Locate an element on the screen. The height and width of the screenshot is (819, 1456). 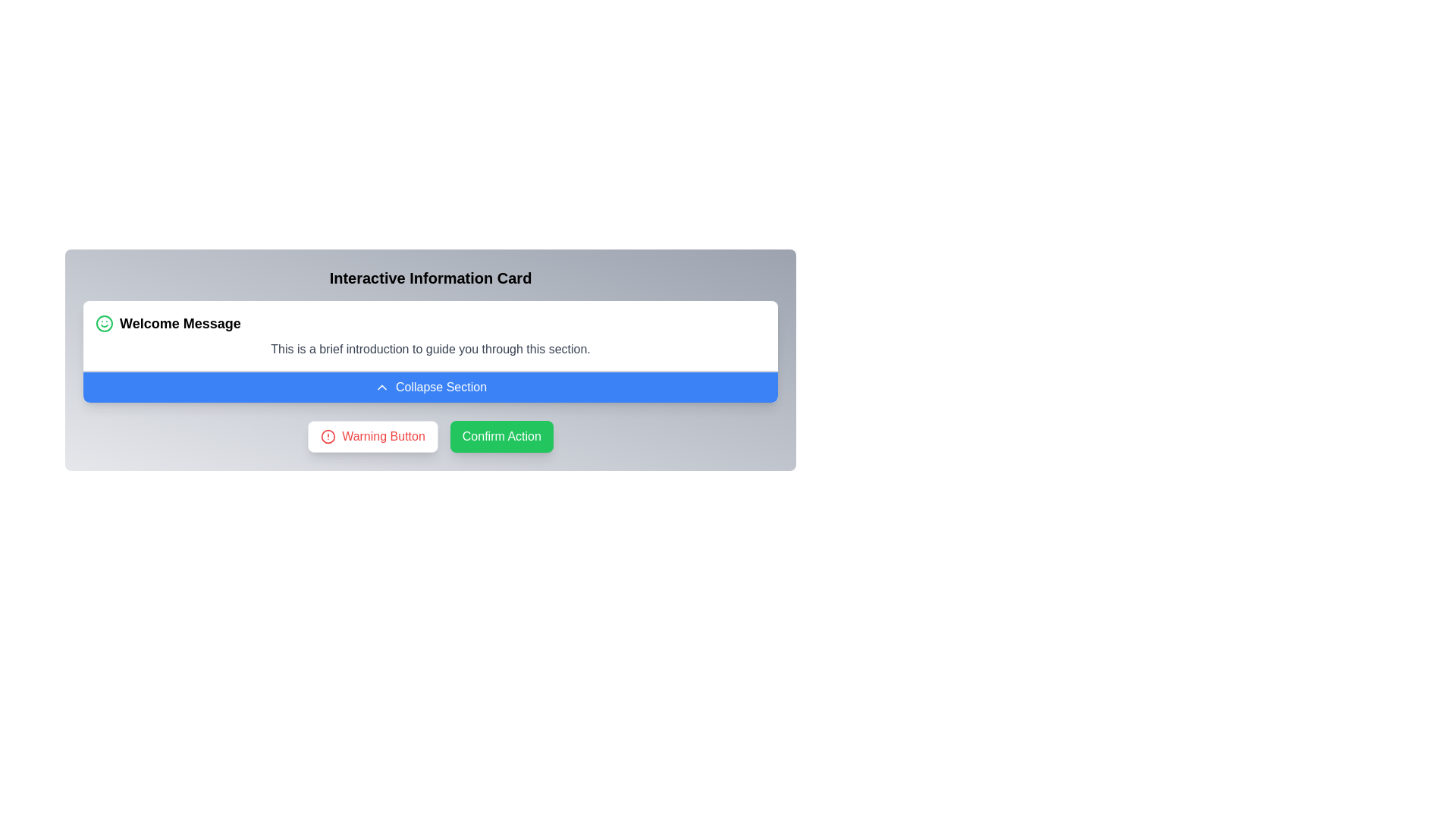
the upward chevron icon that indicates the collapse functionality of the section, which is centered within the blue button labeled 'Collapse Section.' is located at coordinates (382, 386).